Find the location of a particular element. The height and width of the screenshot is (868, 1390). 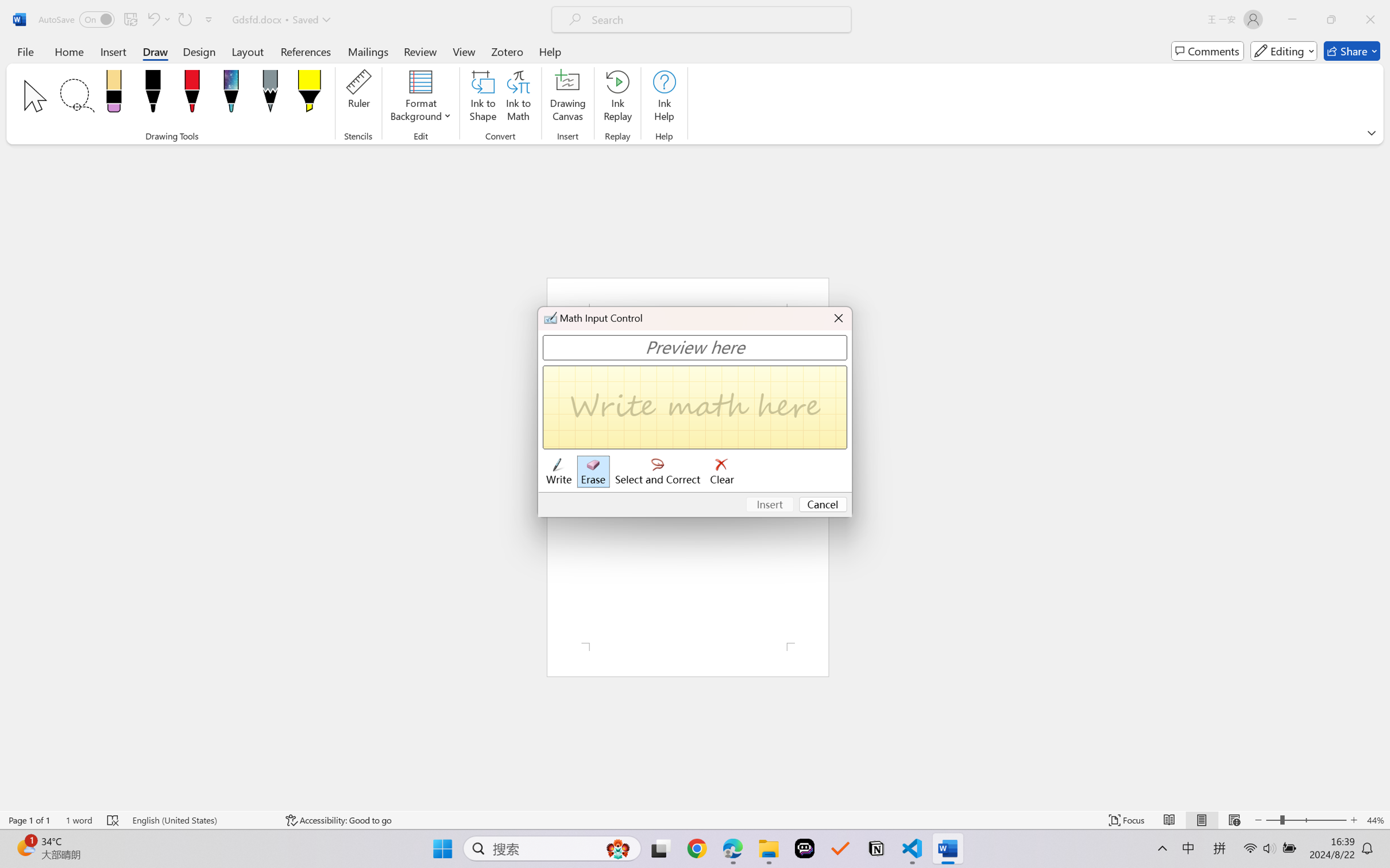

'Cancel' is located at coordinates (823, 505).